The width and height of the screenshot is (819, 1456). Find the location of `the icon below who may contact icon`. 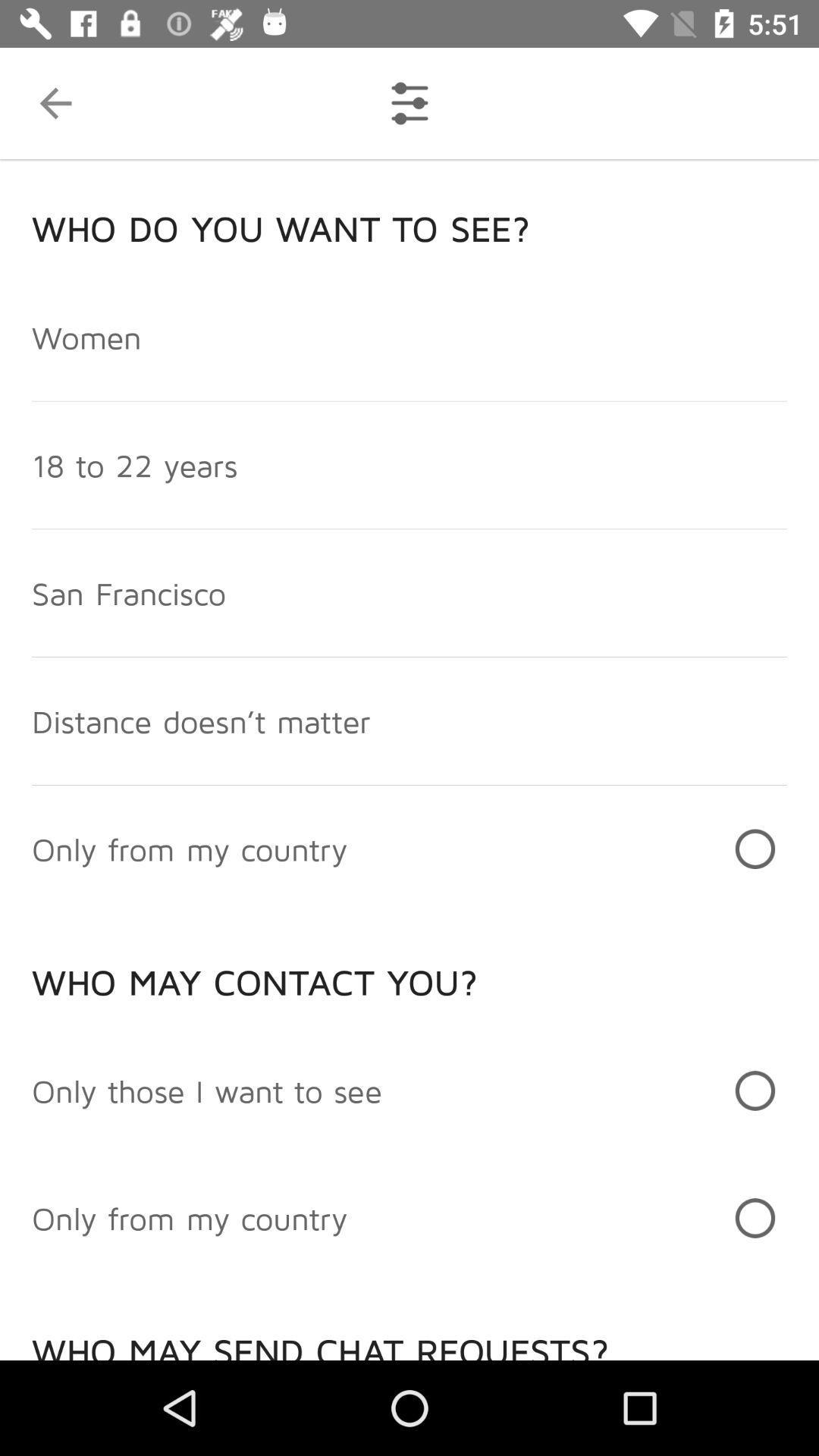

the icon below who may contact icon is located at coordinates (207, 1090).